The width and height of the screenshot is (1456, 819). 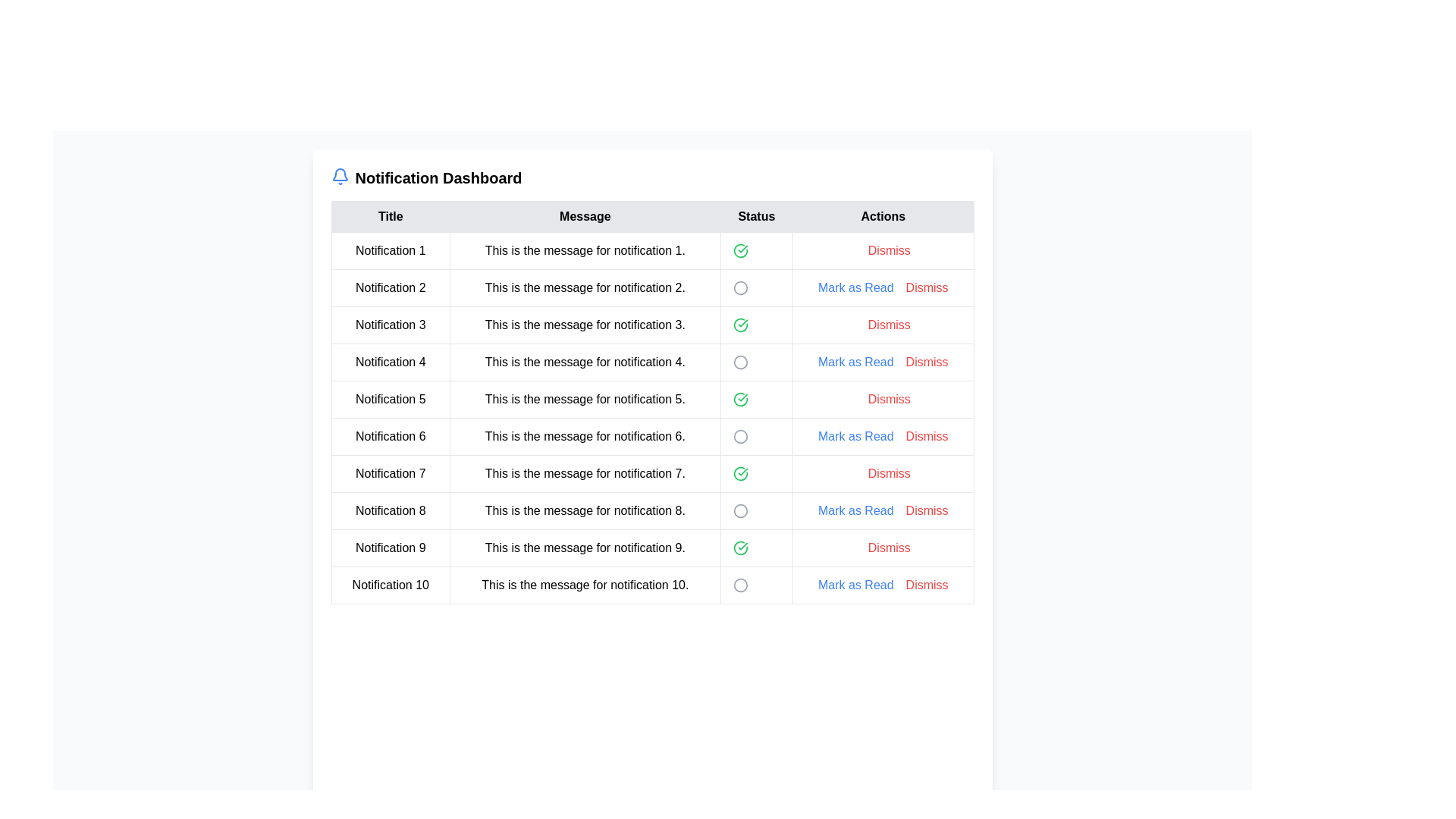 What do you see at coordinates (652, 324) in the screenshot?
I see `the 'Dismiss' link in the row for 'Notification 3' in the Notification Dashboard` at bounding box center [652, 324].